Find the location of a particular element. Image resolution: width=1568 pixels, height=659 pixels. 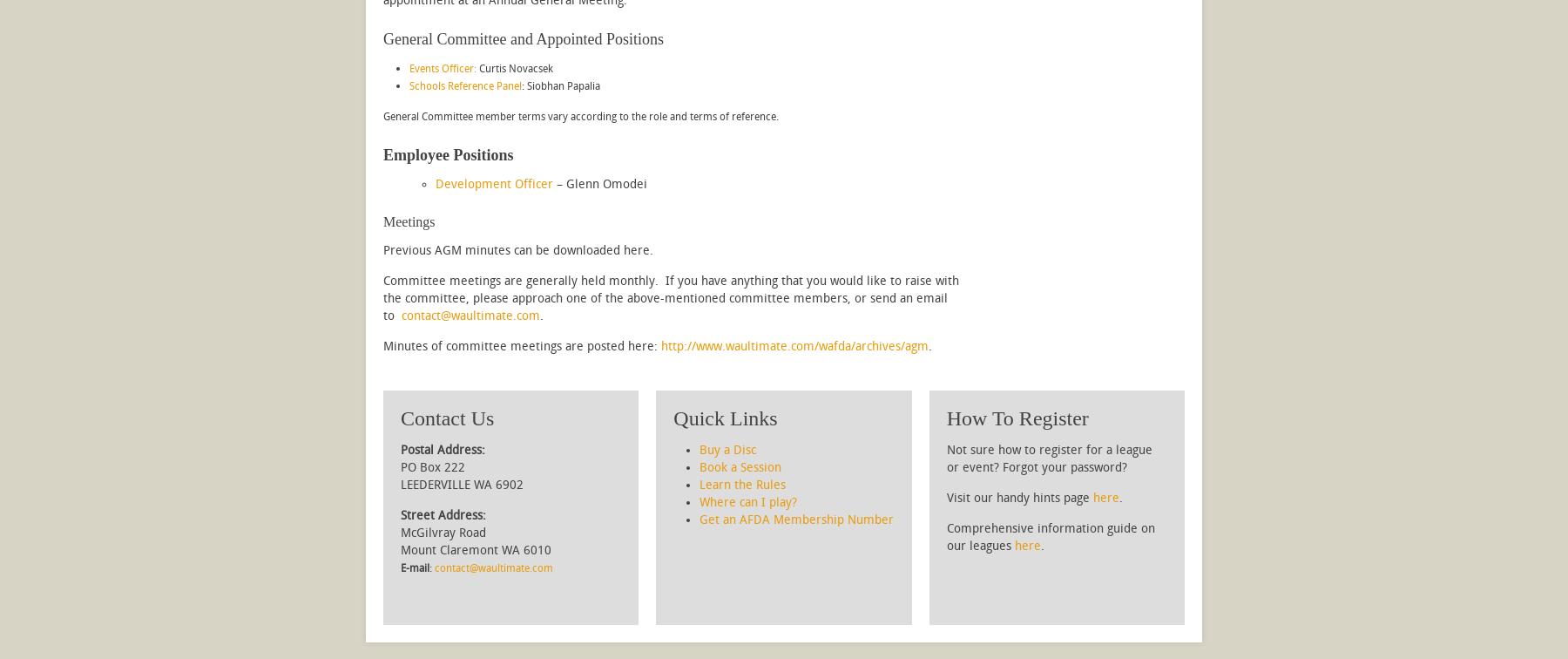

'Book a Session' is located at coordinates (740, 467).